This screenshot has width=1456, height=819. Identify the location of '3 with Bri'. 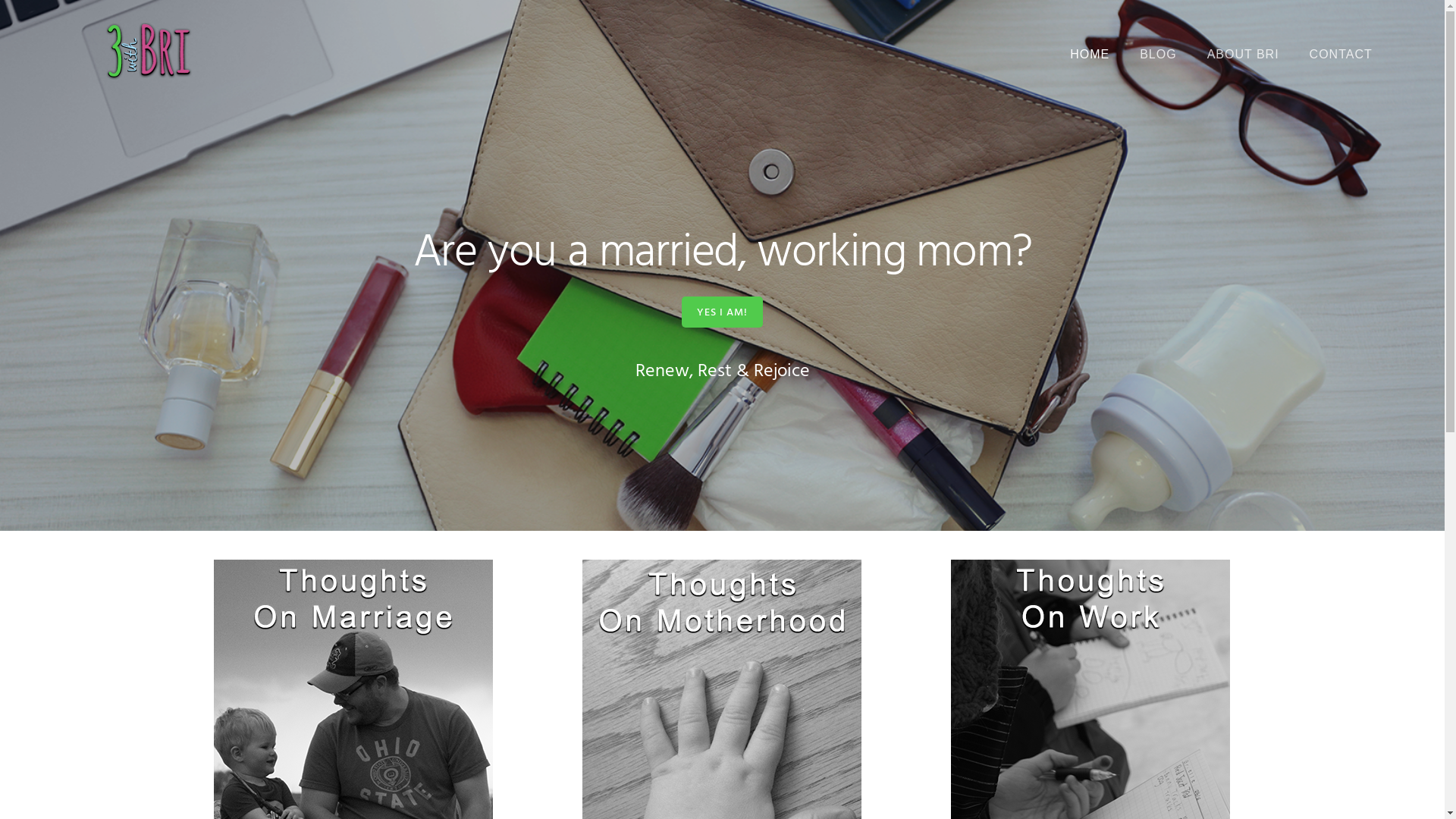
(148, 50).